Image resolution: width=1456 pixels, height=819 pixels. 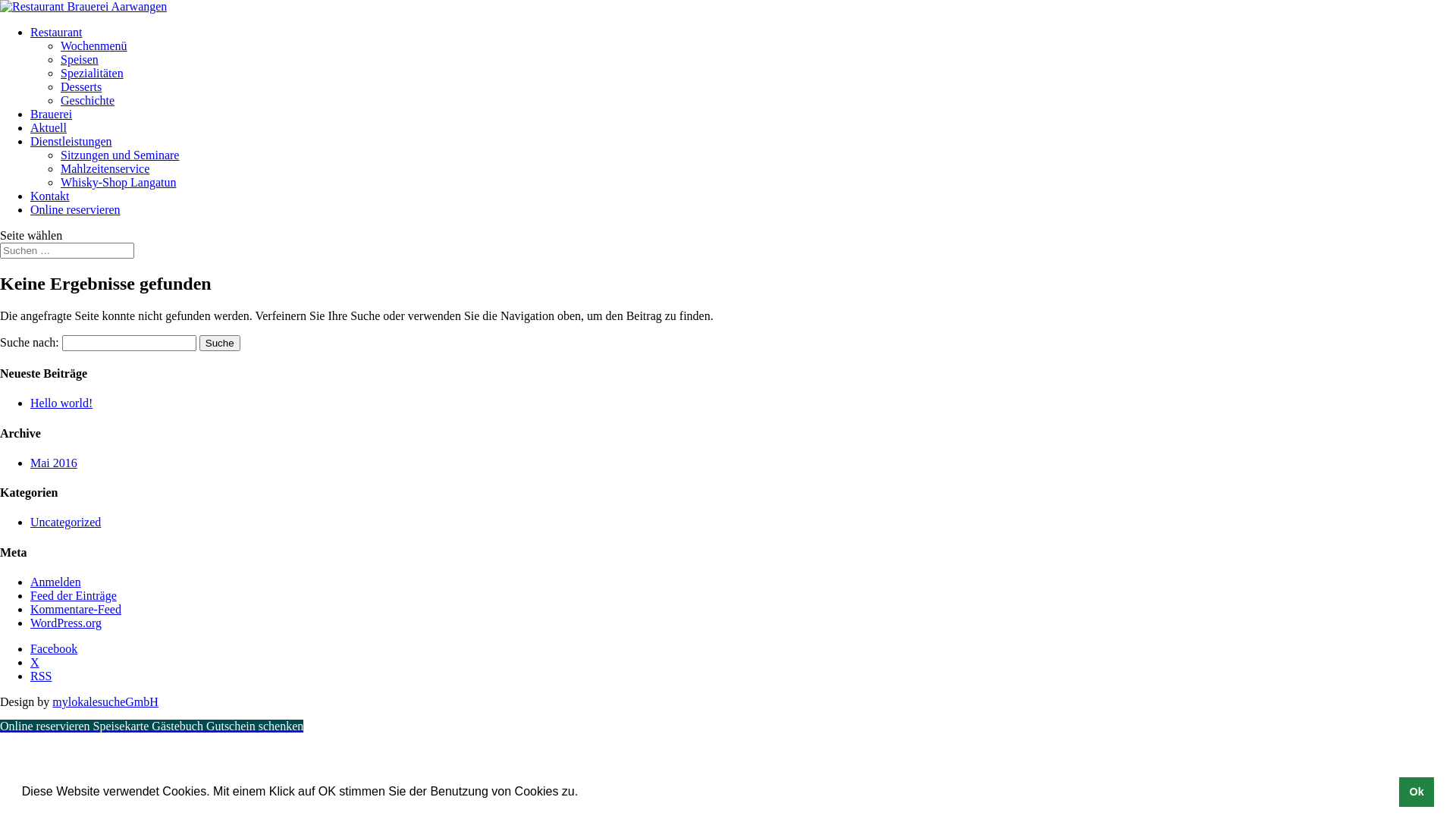 I want to click on 'Kontakt', so click(x=30, y=195).